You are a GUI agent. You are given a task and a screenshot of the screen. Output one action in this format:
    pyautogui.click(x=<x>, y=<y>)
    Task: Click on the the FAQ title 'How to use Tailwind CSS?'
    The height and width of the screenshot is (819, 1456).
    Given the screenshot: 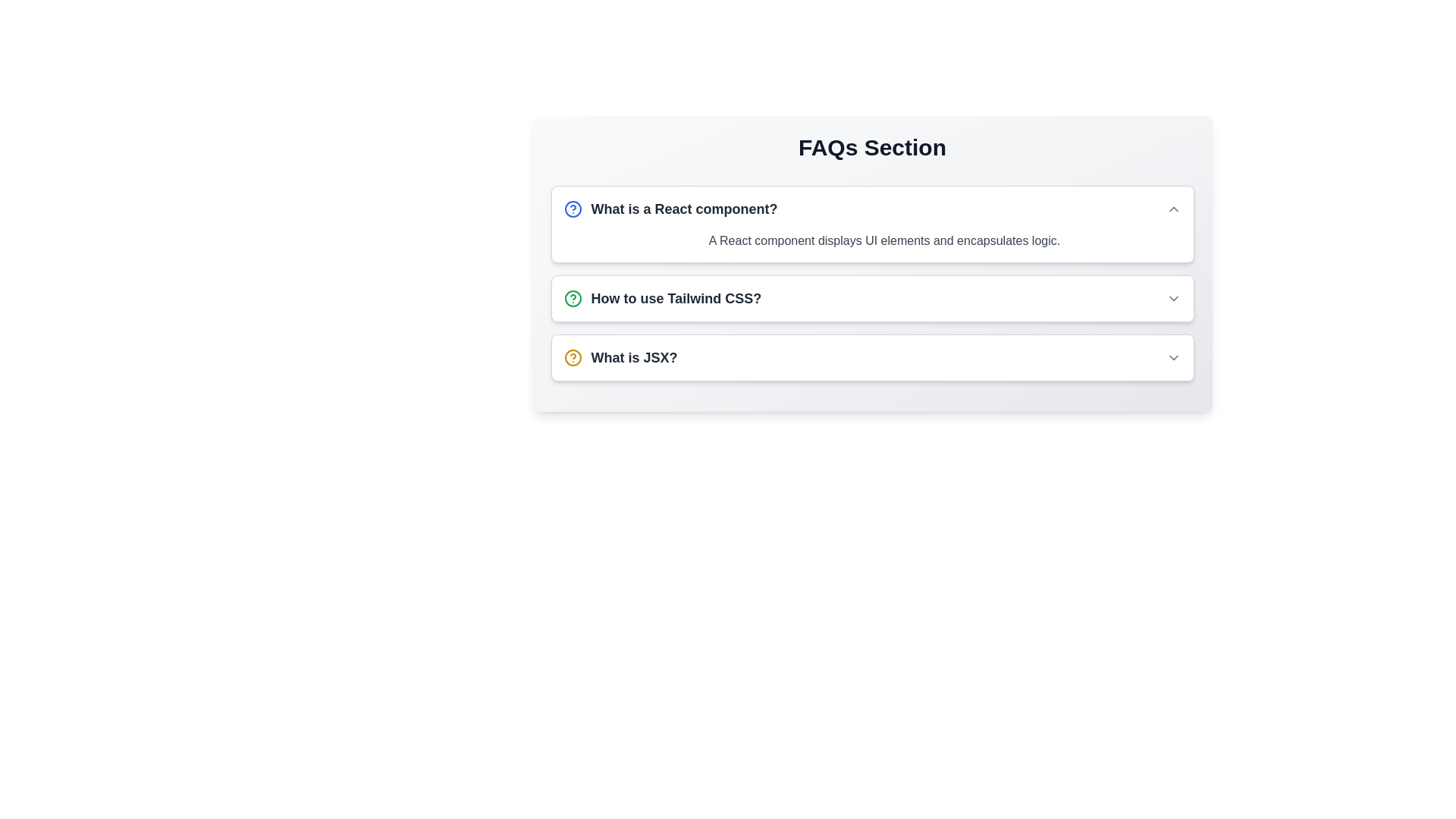 What is the action you would take?
    pyautogui.click(x=662, y=298)
    